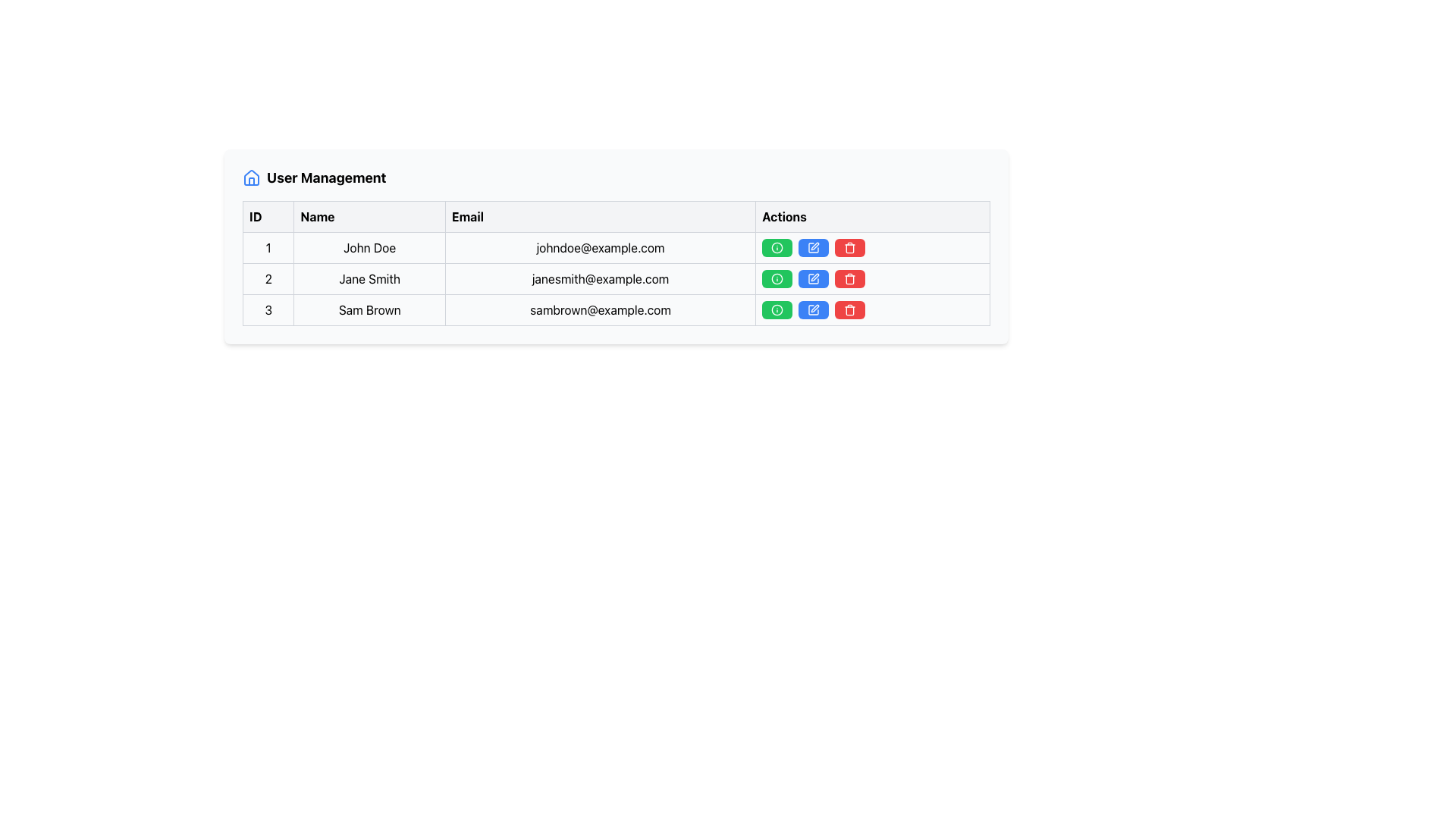 This screenshot has height=819, width=1456. I want to click on the pen icon within the blue button in the 'Actions' column of the second row of the table to initiate an action, so click(813, 278).